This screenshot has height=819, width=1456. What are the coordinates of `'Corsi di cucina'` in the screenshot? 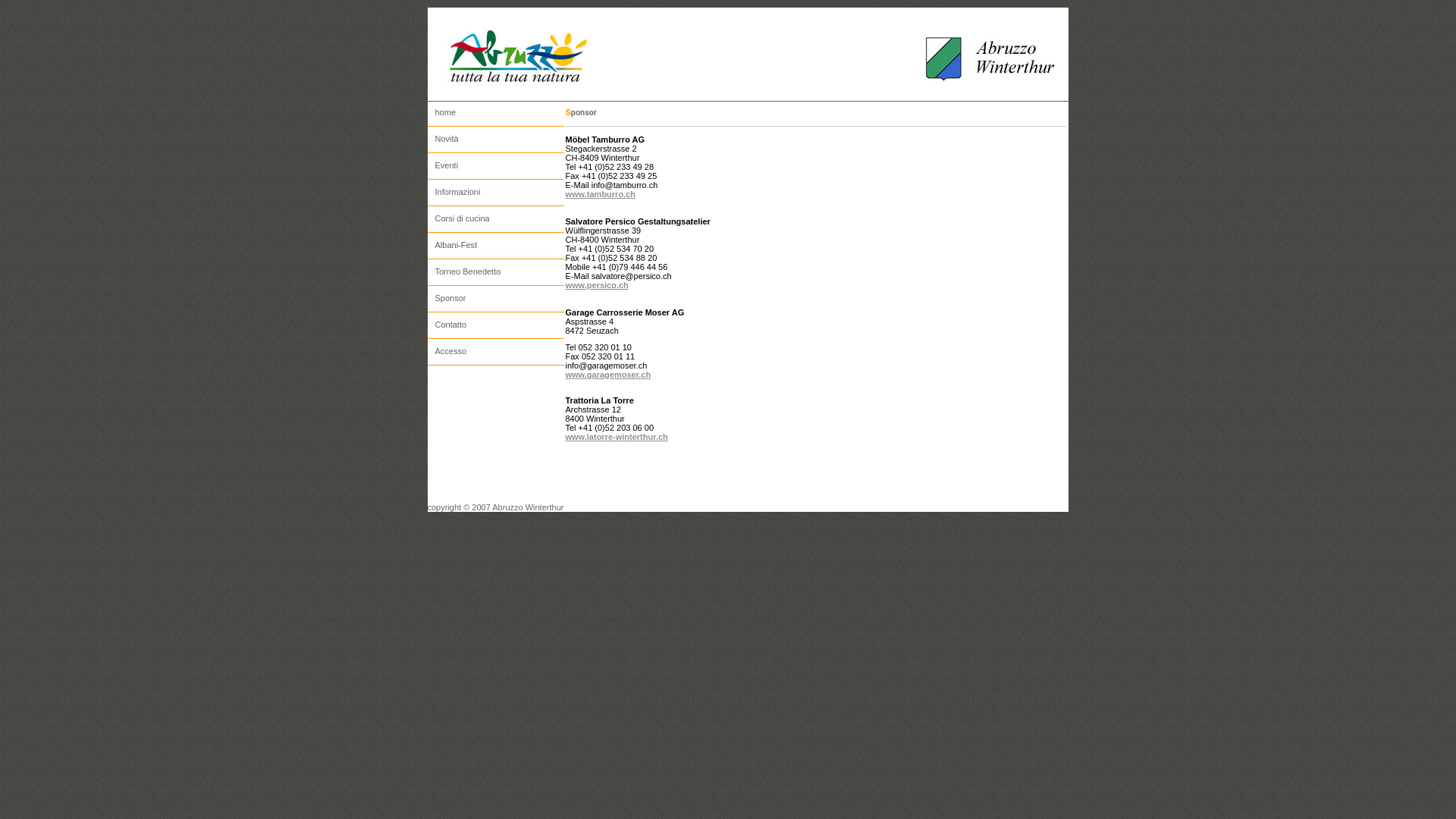 It's located at (495, 220).